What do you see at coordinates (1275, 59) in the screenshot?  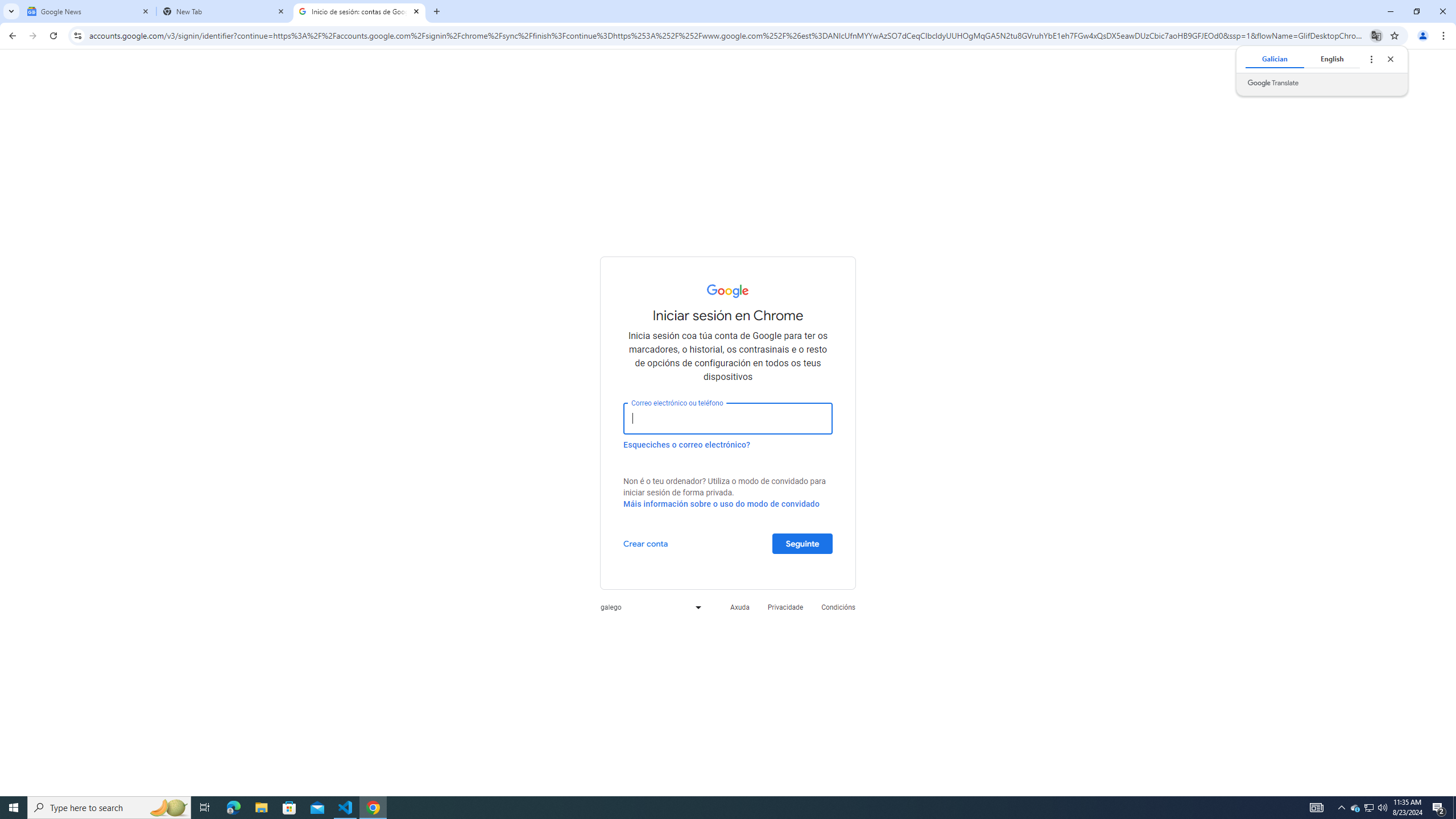 I see `'Galician'` at bounding box center [1275, 59].